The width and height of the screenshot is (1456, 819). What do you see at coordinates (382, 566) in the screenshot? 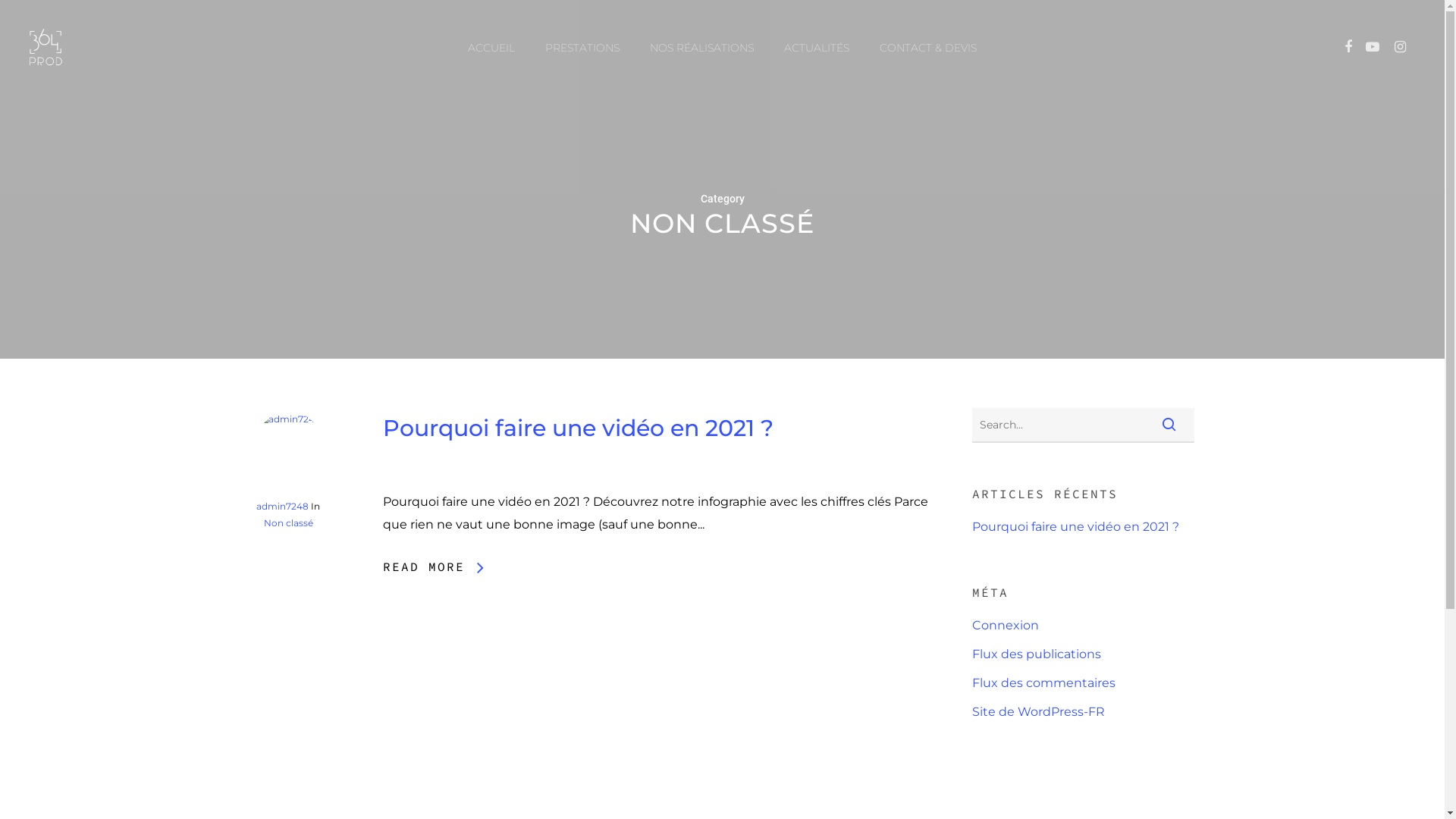
I see `'READ MORE'` at bounding box center [382, 566].